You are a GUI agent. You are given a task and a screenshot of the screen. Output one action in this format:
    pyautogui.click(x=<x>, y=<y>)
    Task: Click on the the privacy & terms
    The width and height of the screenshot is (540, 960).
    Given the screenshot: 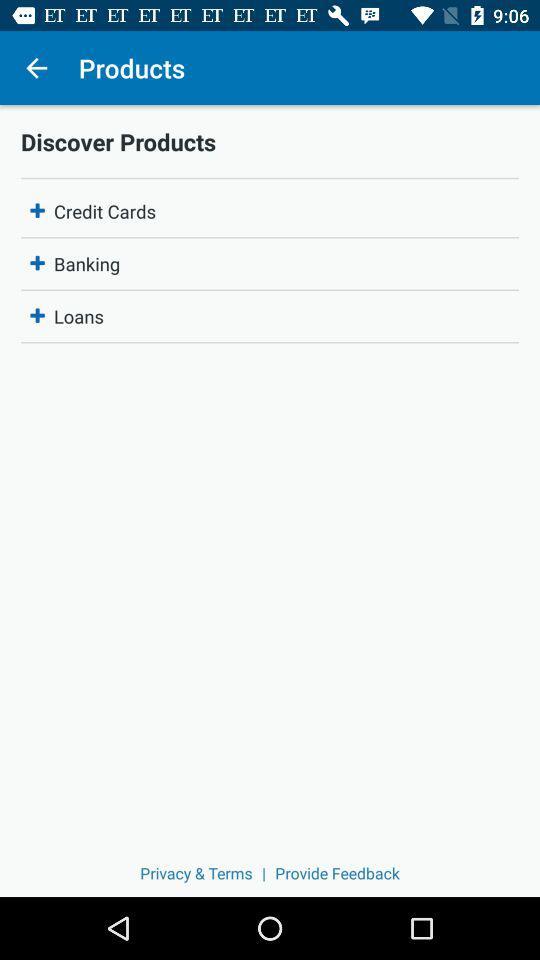 What is the action you would take?
    pyautogui.click(x=196, y=872)
    